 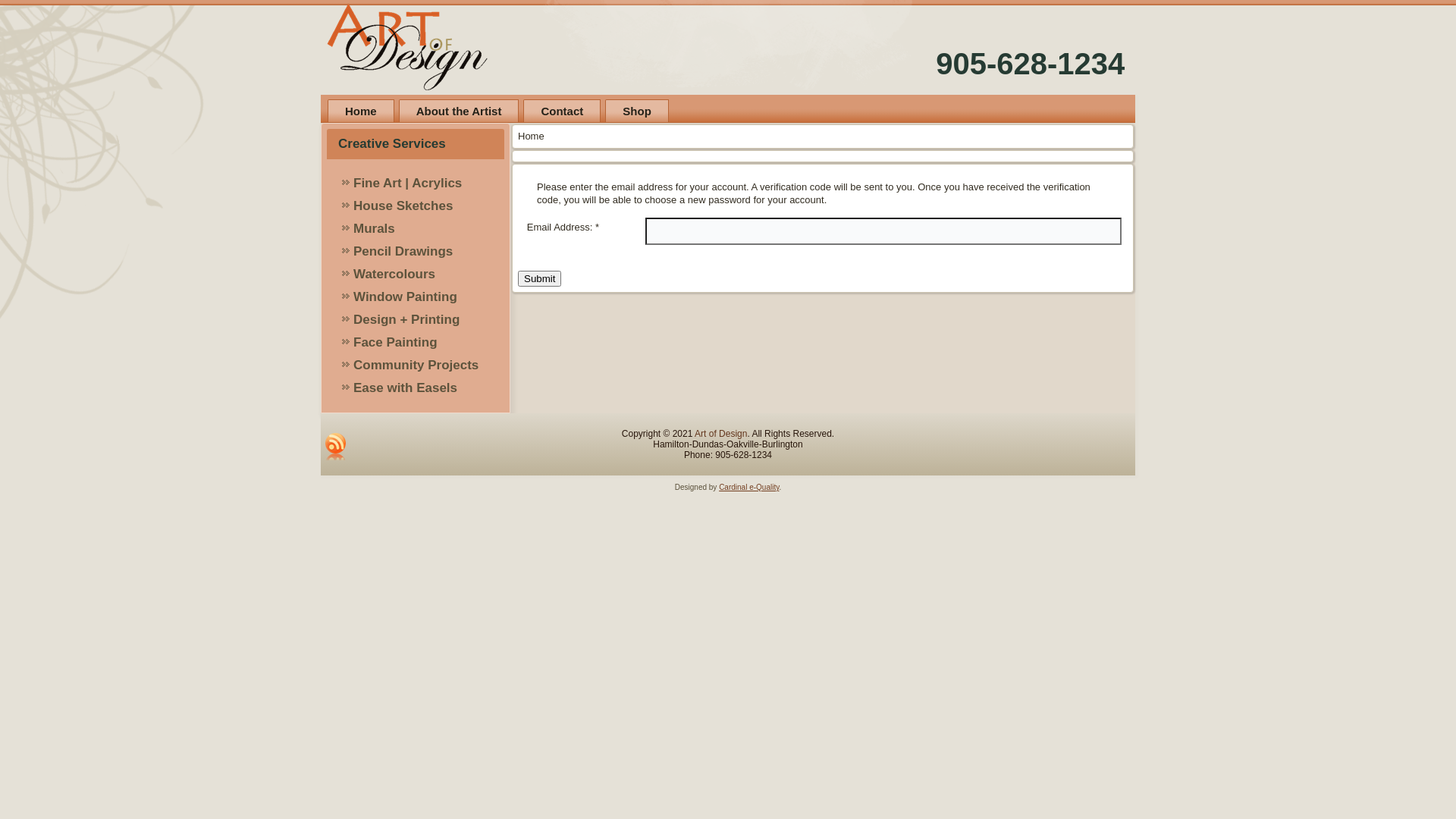 What do you see at coordinates (934, 63) in the screenshot?
I see `'905-628-1234'` at bounding box center [934, 63].